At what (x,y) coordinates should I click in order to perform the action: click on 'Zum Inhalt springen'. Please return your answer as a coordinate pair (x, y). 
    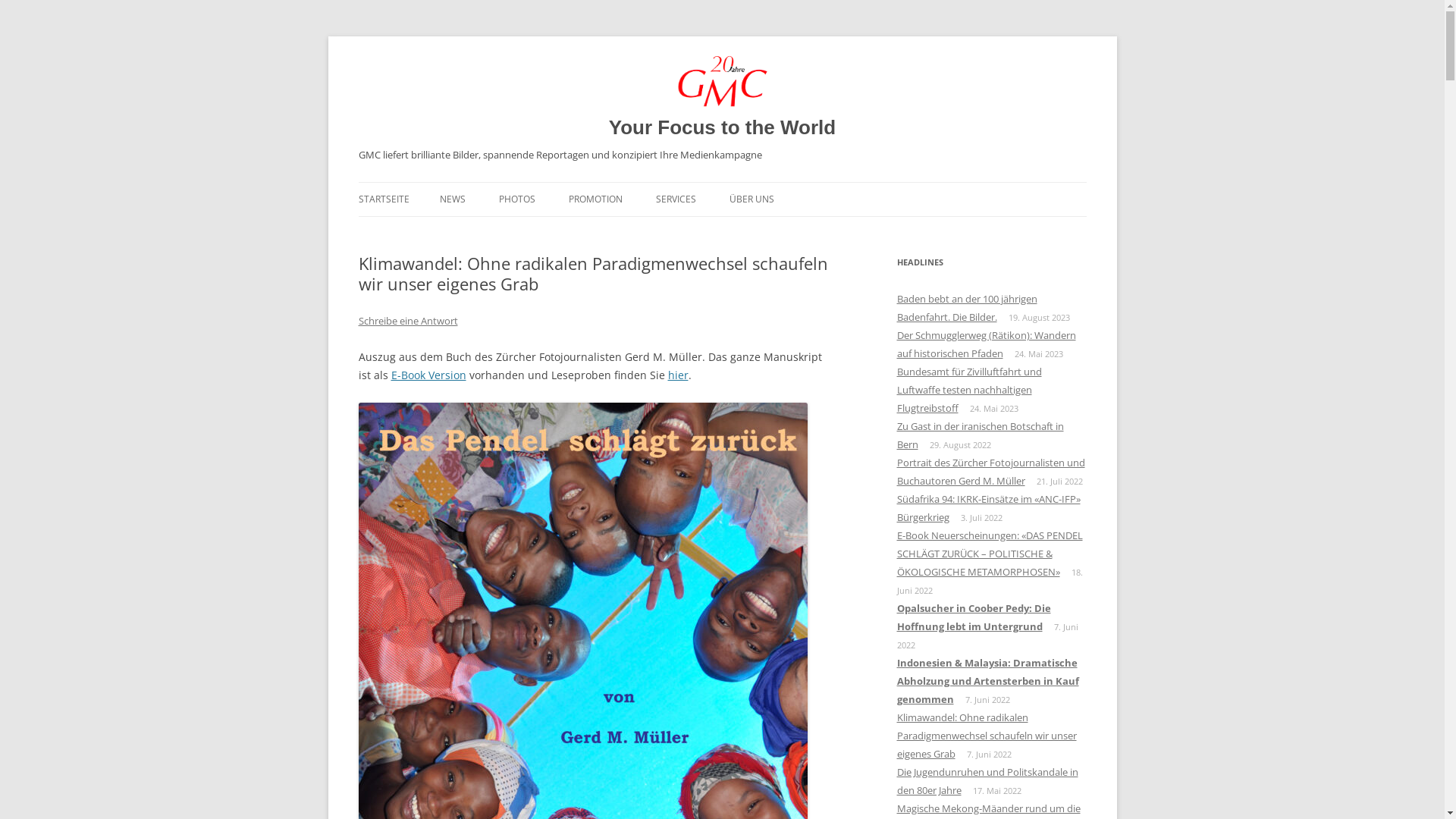
    Looking at the image, I should click on (721, 181).